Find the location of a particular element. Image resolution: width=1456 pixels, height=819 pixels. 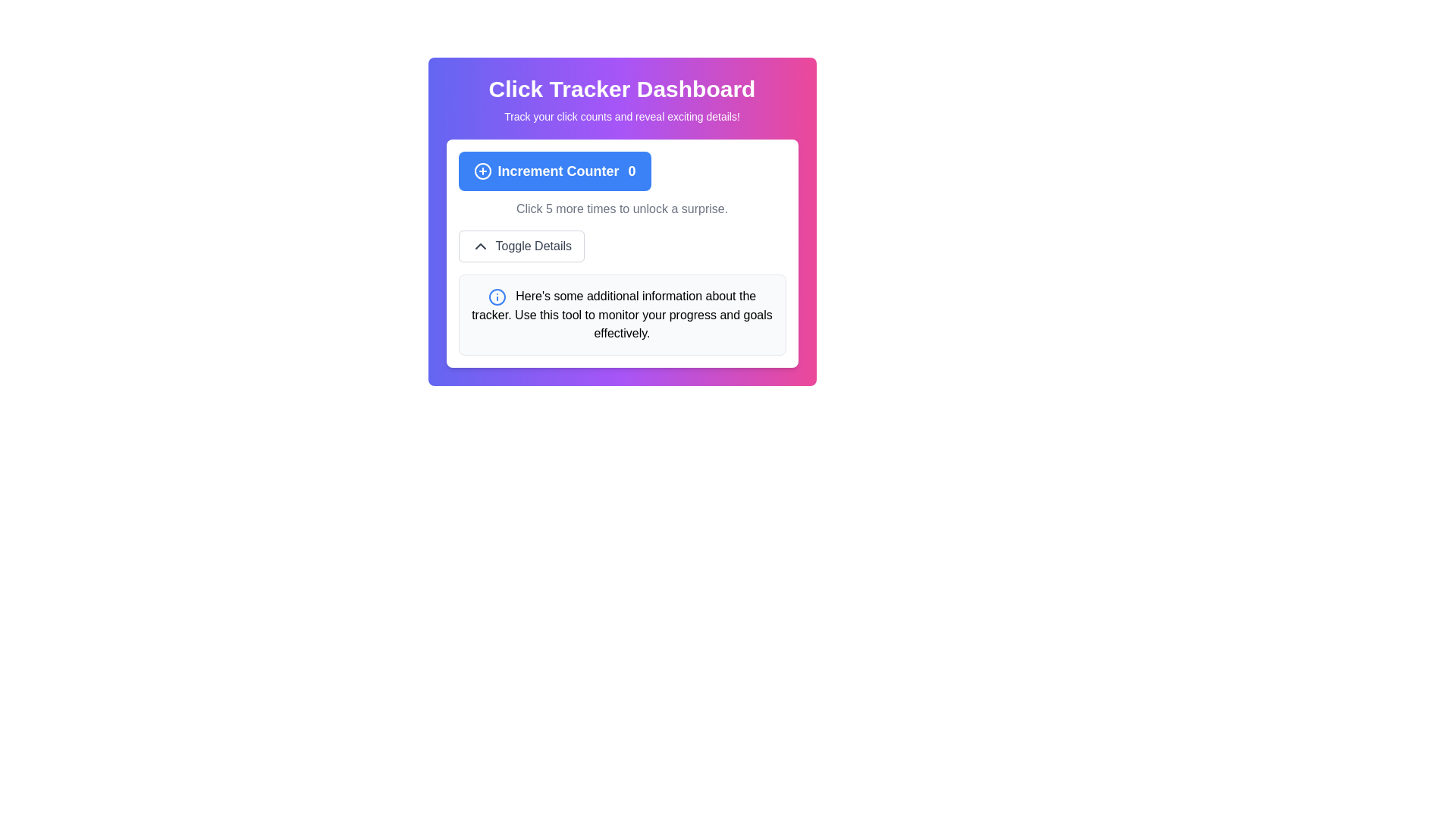

the visual indicator icon adjacent to the 'Increment Counter 0' button is located at coordinates (482, 171).